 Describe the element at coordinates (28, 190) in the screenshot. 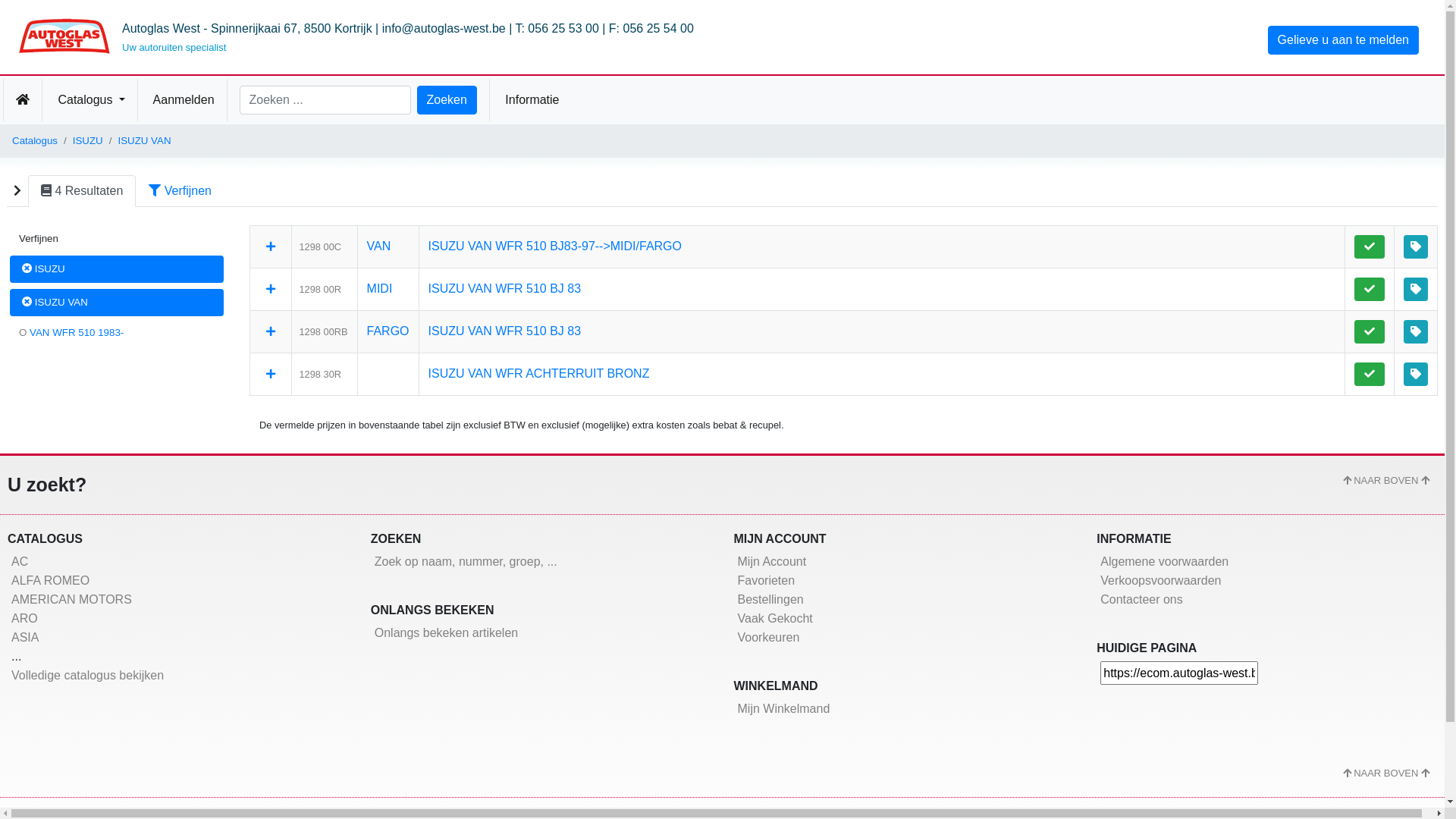

I see `'4 Resultaten'` at that location.